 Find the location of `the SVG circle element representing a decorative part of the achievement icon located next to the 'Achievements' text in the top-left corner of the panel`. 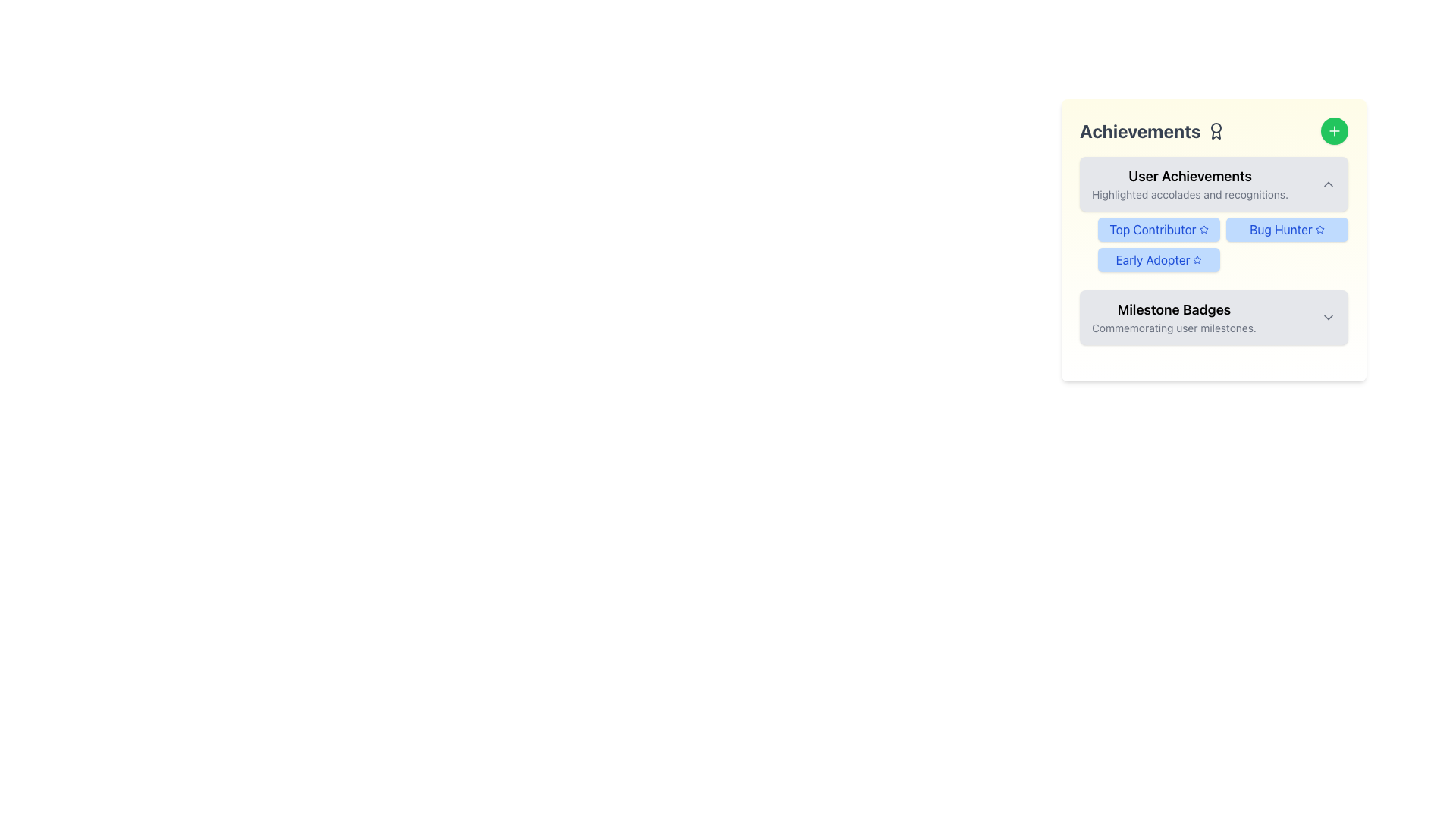

the SVG circle element representing a decorative part of the achievement icon located next to the 'Achievements' text in the top-left corner of the panel is located at coordinates (1216, 127).